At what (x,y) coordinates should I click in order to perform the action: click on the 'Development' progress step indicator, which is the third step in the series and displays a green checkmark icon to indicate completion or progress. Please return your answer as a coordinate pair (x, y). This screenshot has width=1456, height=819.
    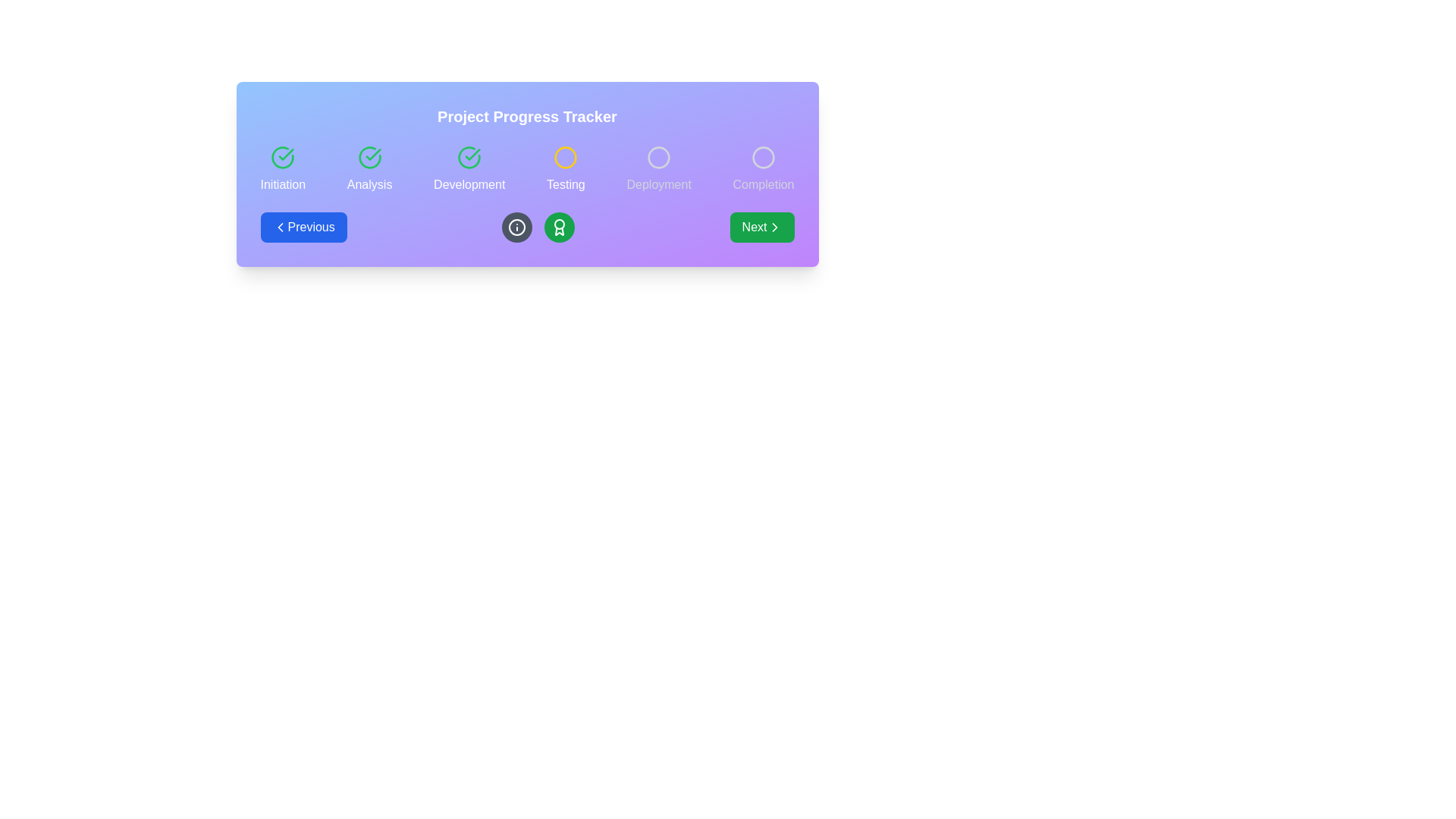
    Looking at the image, I should click on (469, 169).